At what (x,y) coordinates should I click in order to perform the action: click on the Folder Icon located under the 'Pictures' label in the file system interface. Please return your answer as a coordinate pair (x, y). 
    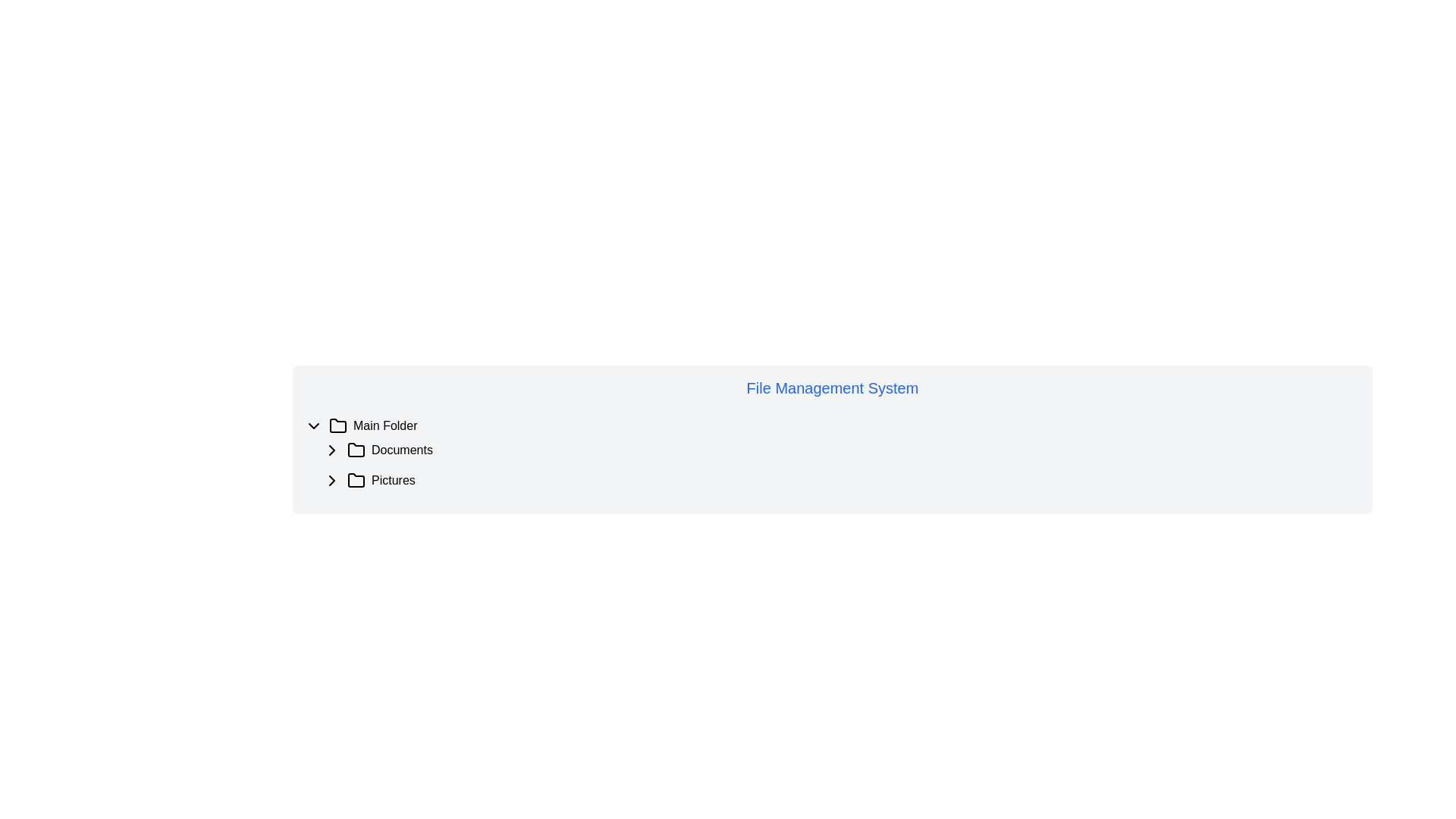
    Looking at the image, I should click on (356, 480).